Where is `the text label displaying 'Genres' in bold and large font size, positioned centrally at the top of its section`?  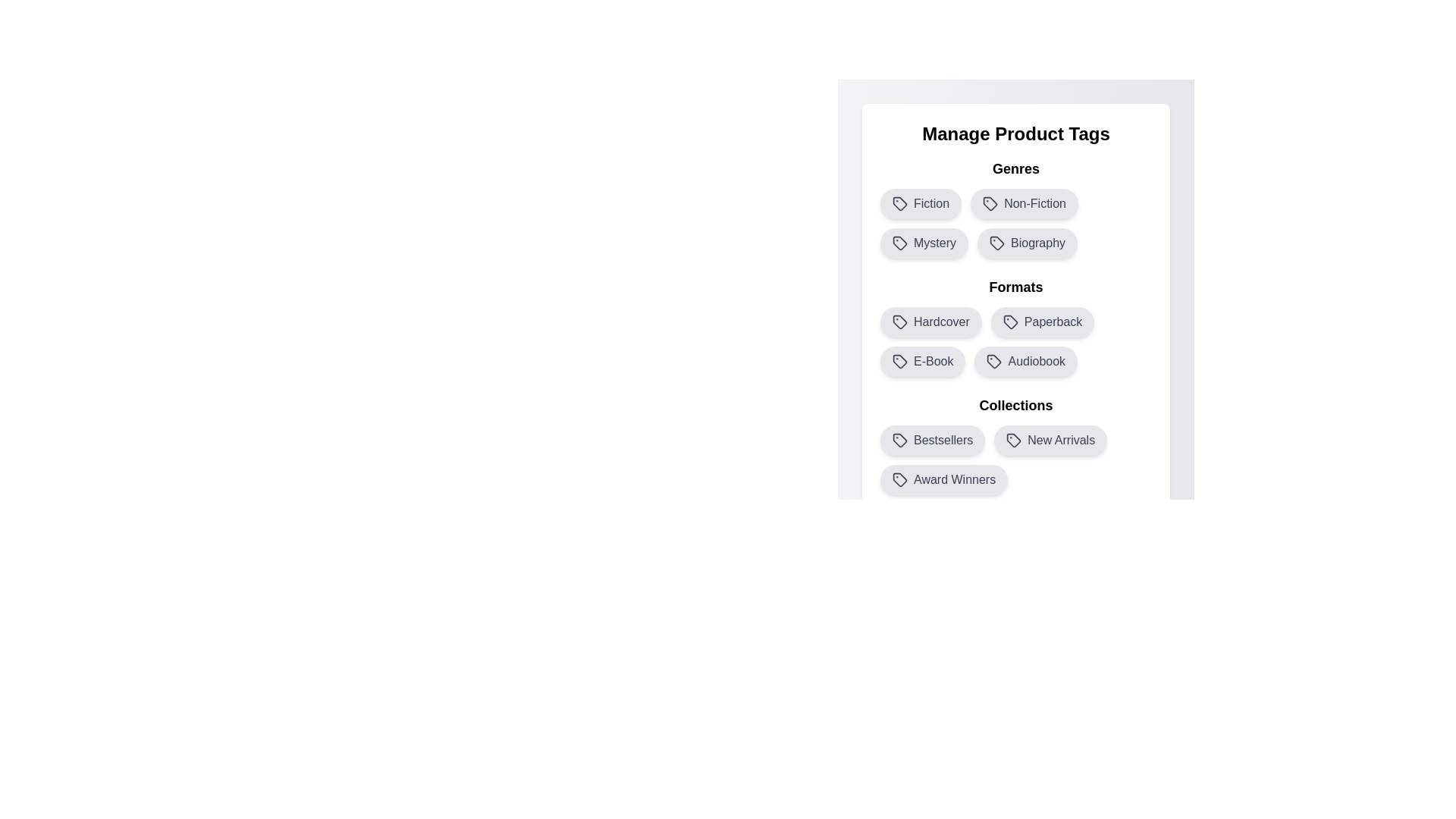 the text label displaying 'Genres' in bold and large font size, positioned centrally at the top of its section is located at coordinates (1015, 169).